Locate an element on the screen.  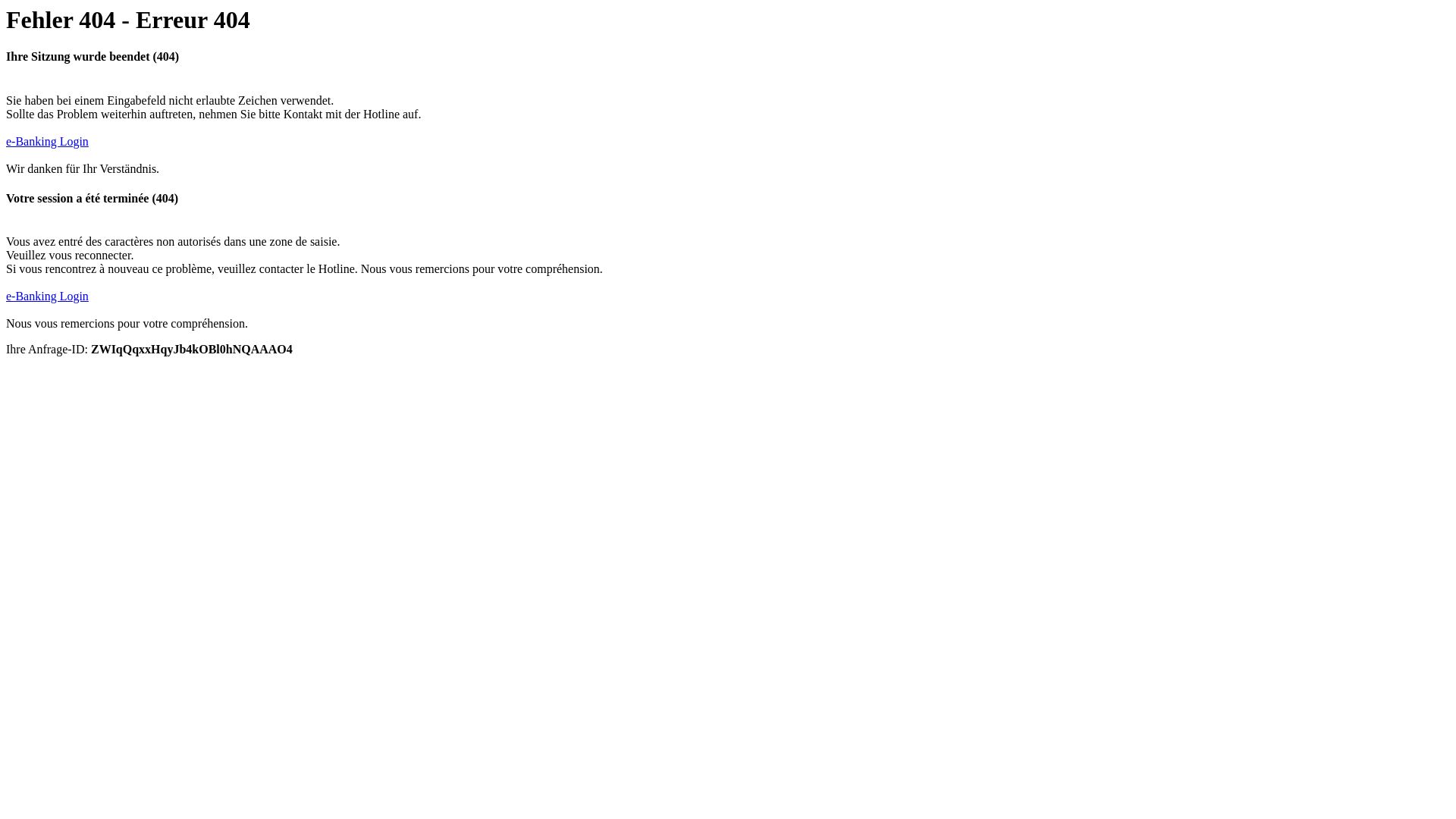
'e-Banking Login' is located at coordinates (47, 296).